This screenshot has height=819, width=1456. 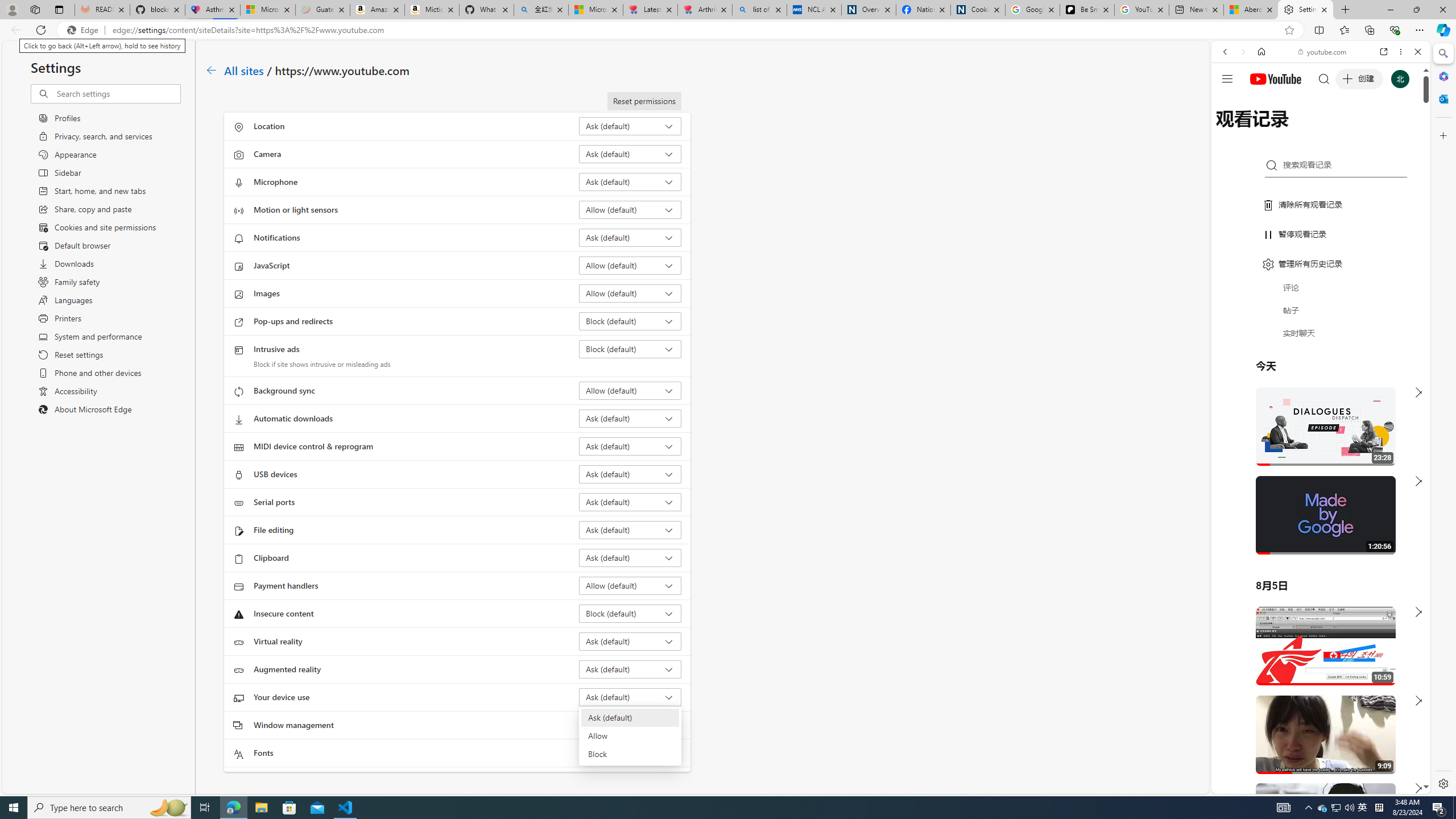 What do you see at coordinates (630, 613) in the screenshot?
I see `'Insecure content Block (default)'` at bounding box center [630, 613].